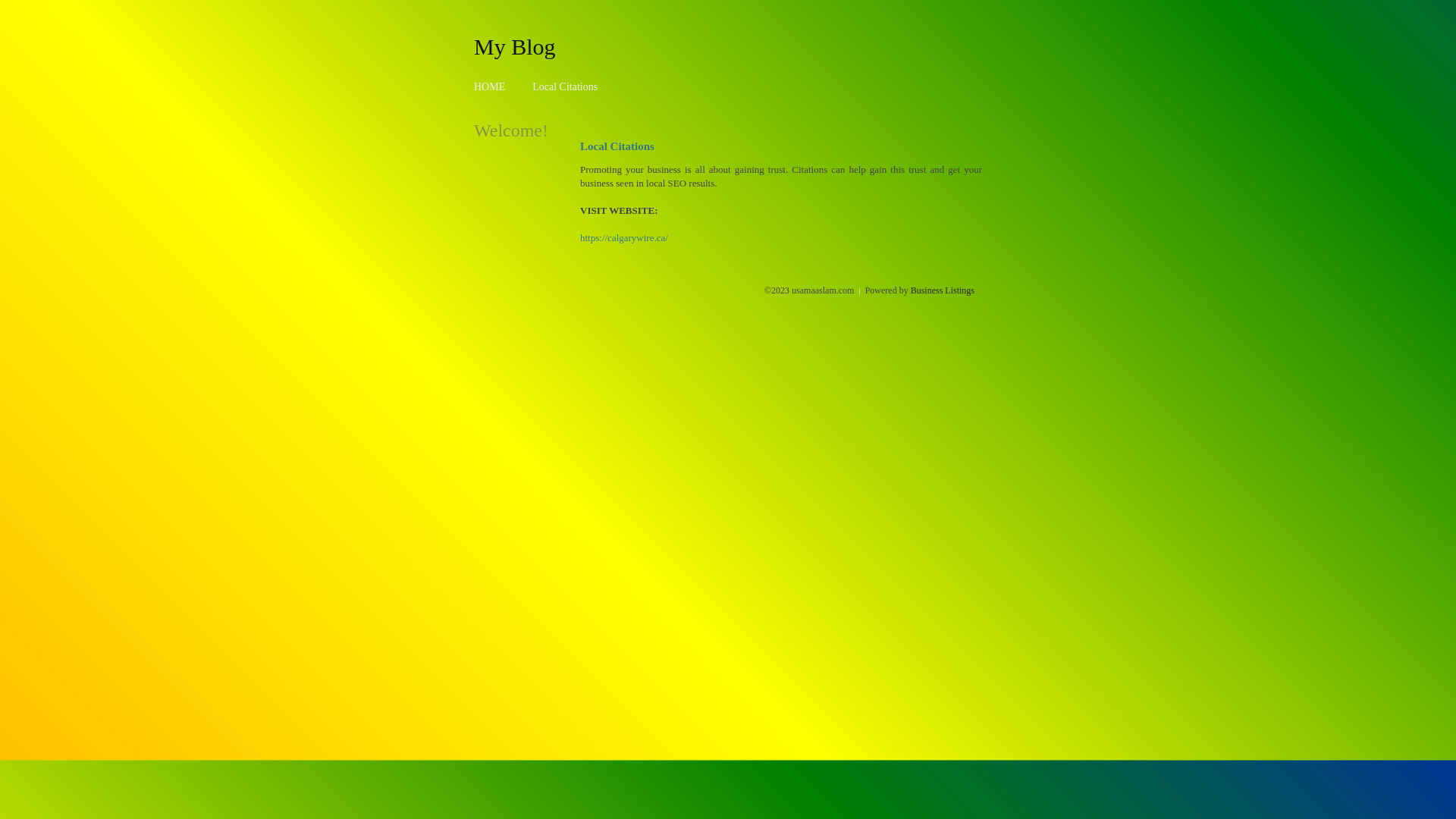  I want to click on 'HOME', so click(472, 86).